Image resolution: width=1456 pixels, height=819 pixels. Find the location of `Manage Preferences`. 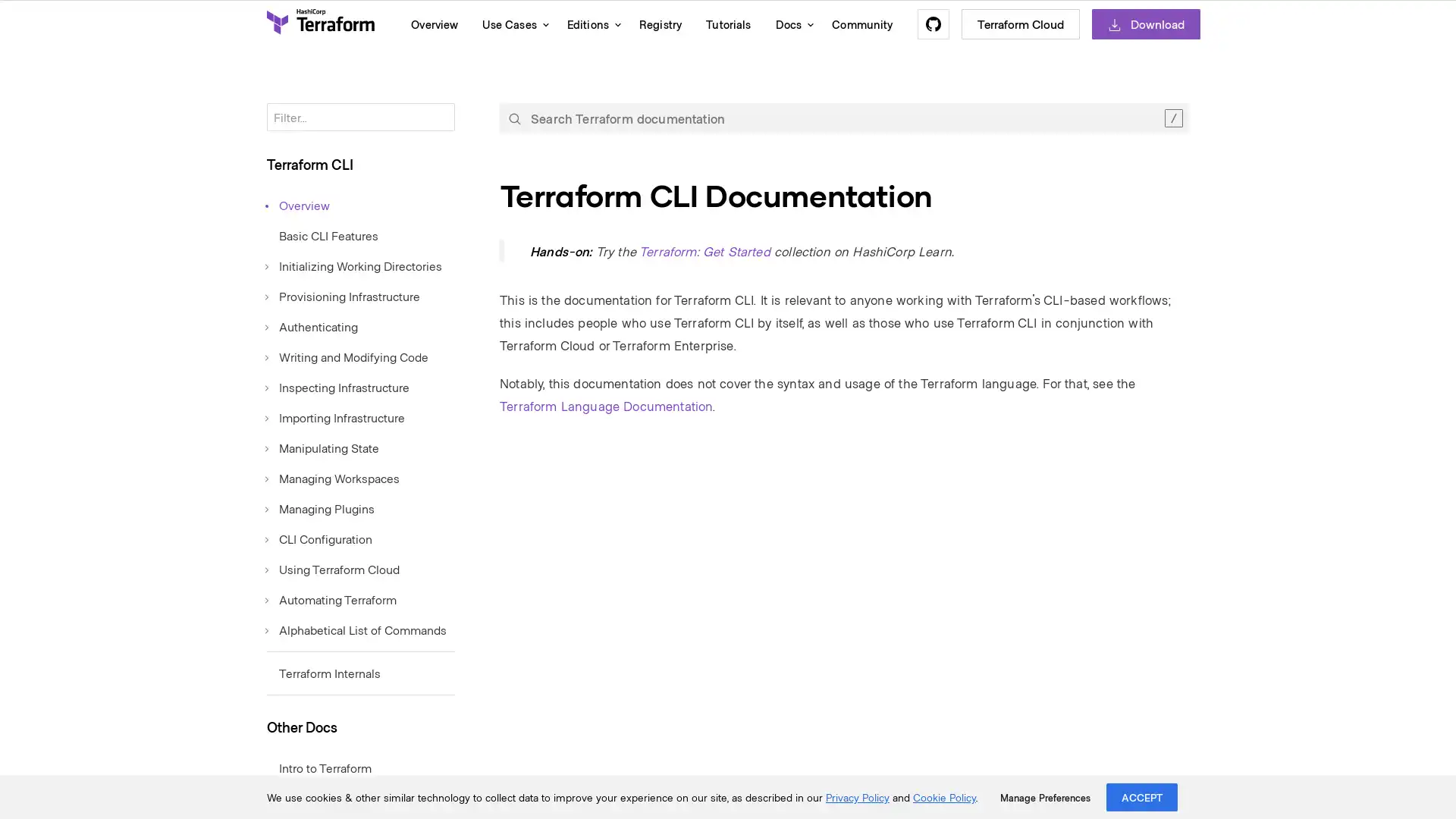

Manage Preferences is located at coordinates (1044, 797).